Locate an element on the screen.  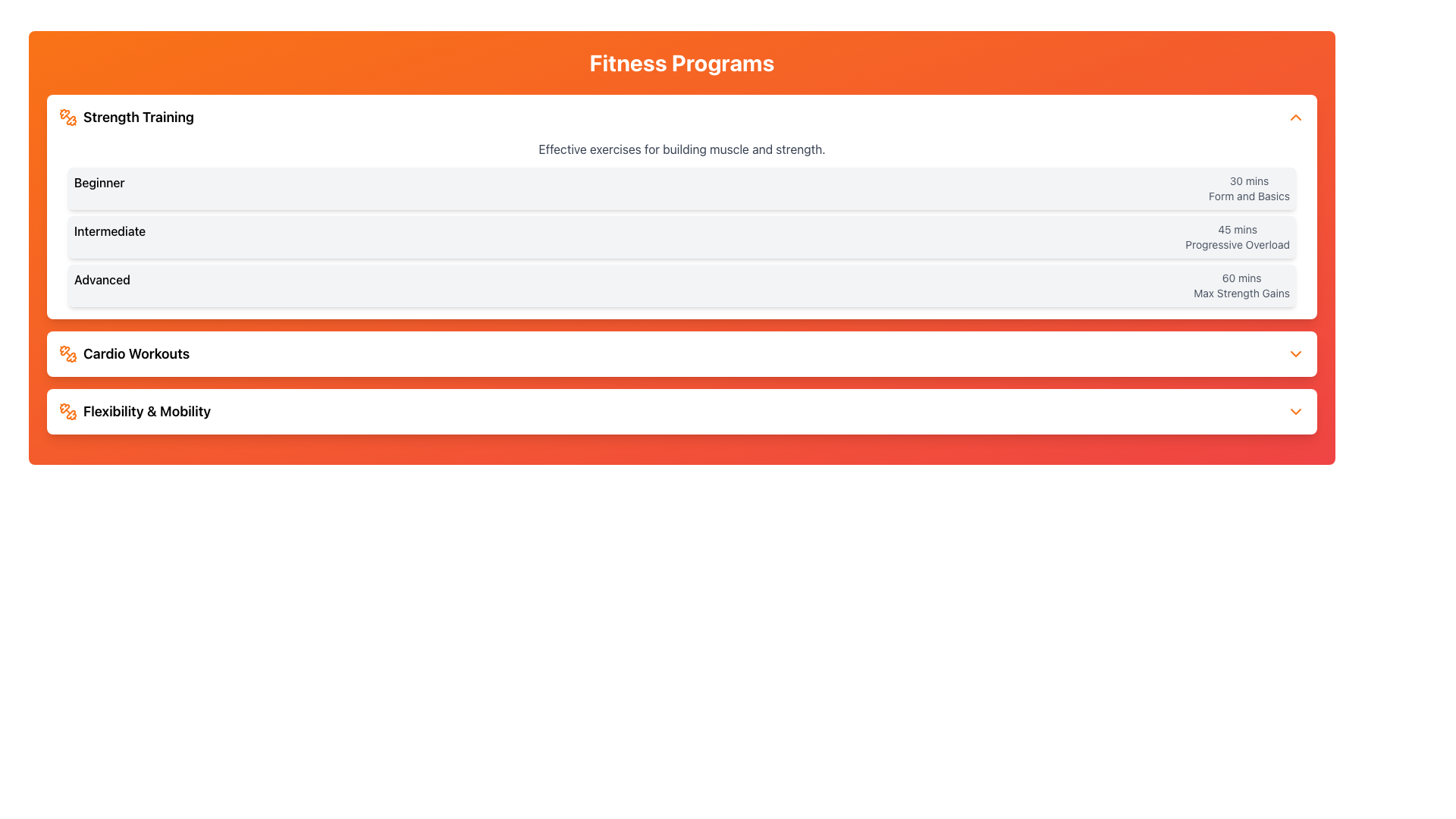
'Beginner' difficulty level label located at the top-left corner of the exercise program section is located at coordinates (99, 188).